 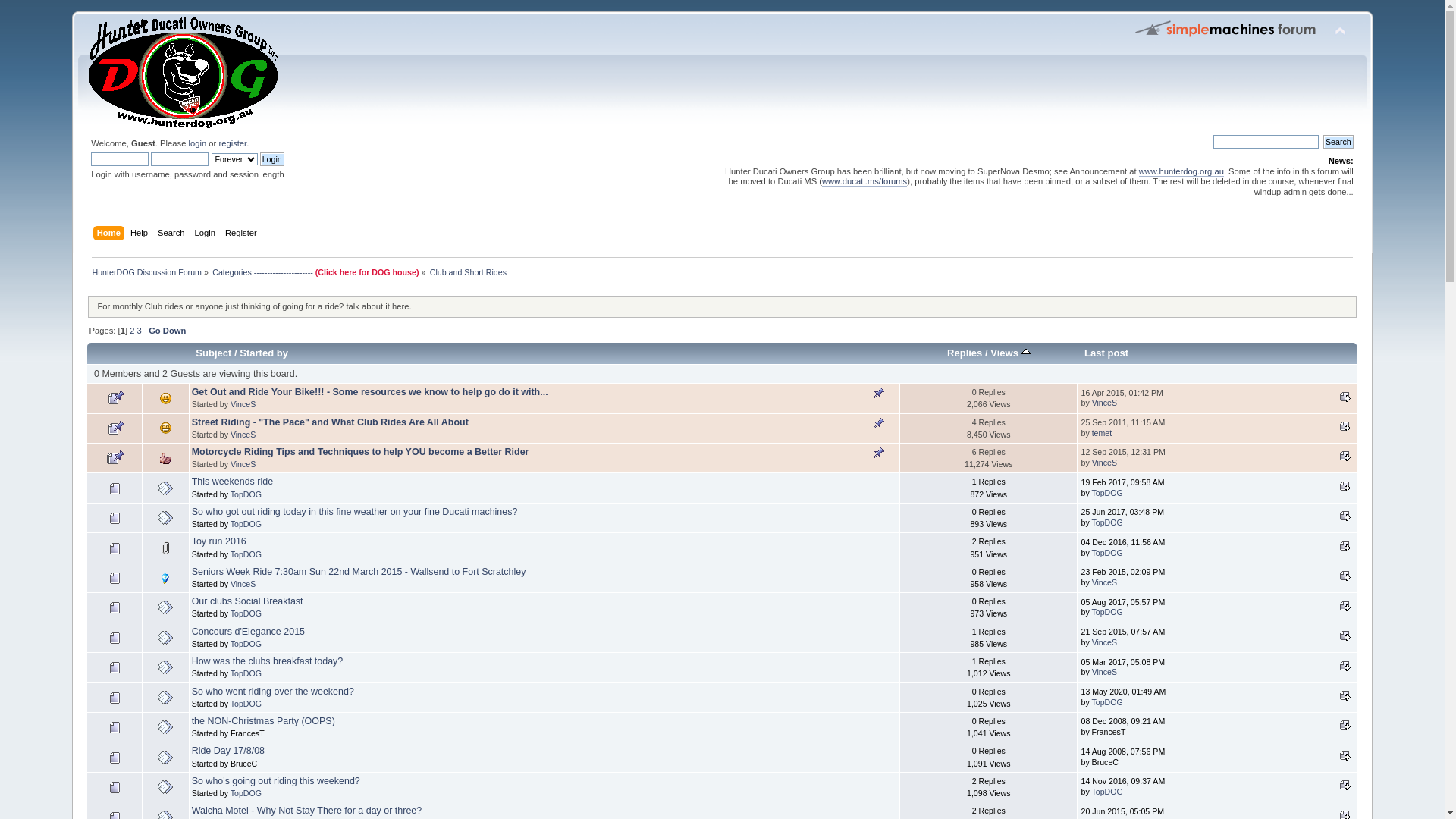 What do you see at coordinates (1181, 171) in the screenshot?
I see `'www.hunterdog.org.au'` at bounding box center [1181, 171].